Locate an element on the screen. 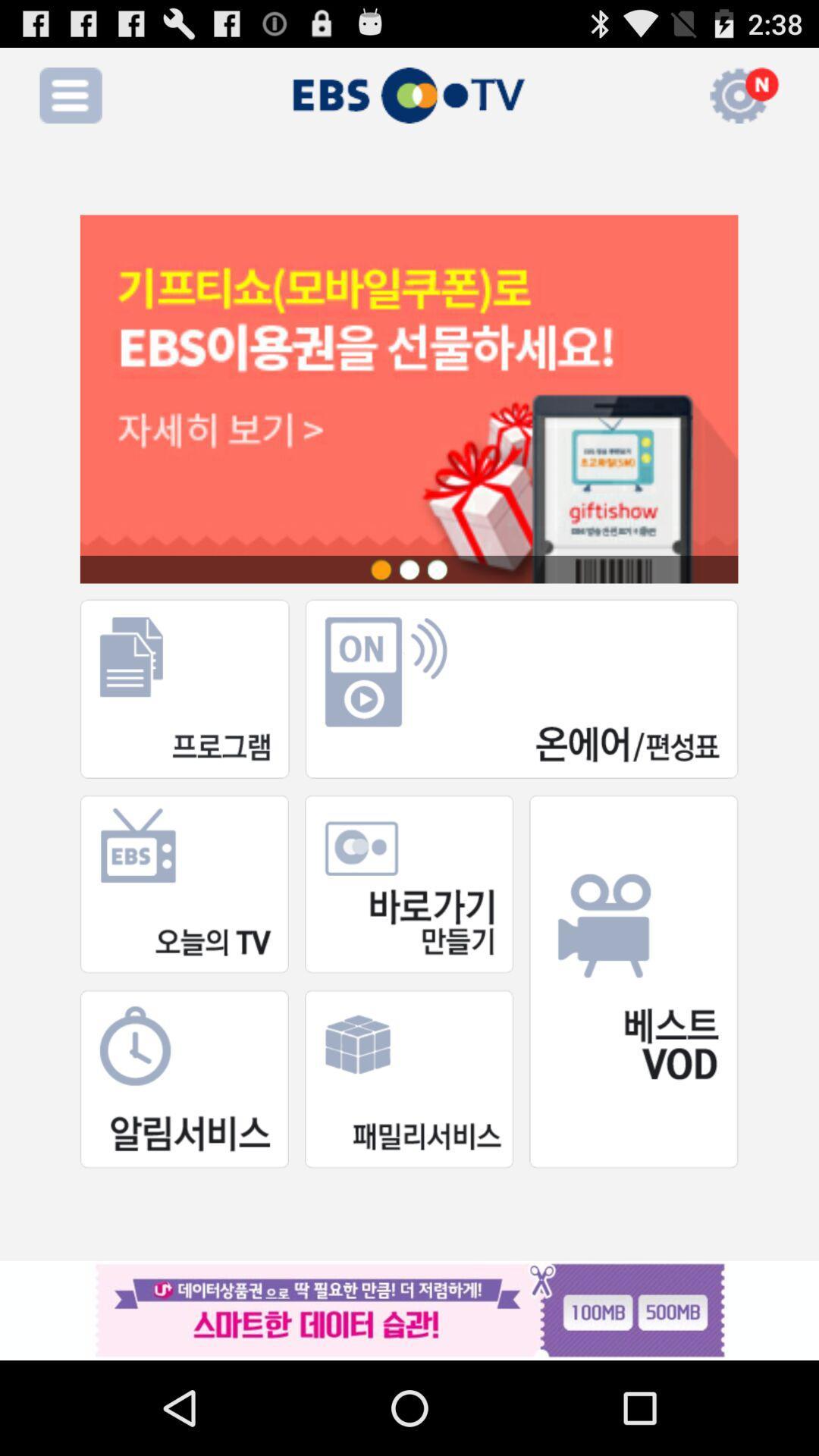 Image resolution: width=819 pixels, height=1456 pixels. the first block which is below the image is located at coordinates (184, 688).